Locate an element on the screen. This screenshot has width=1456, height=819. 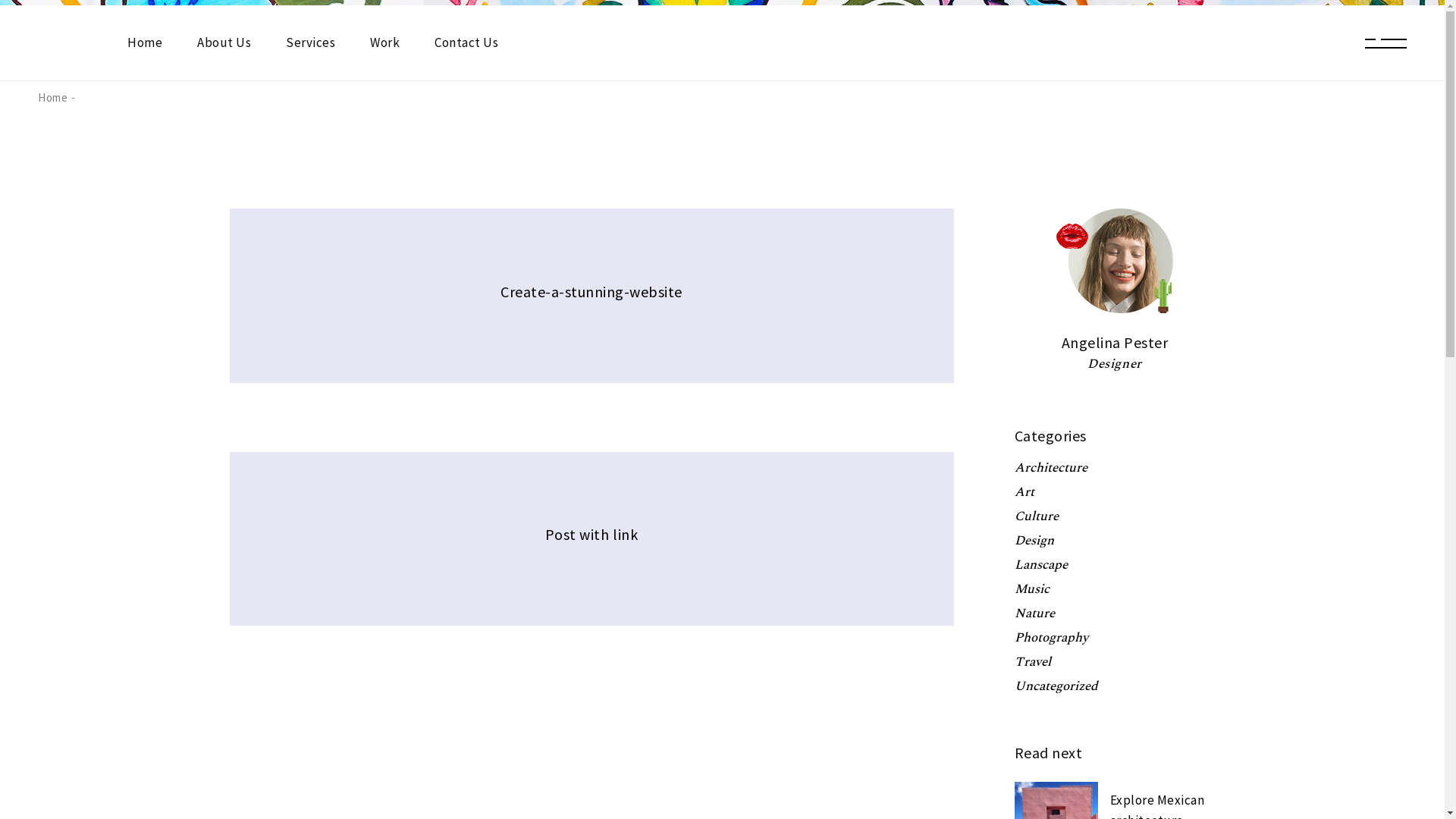
'Architecture' is located at coordinates (1050, 467).